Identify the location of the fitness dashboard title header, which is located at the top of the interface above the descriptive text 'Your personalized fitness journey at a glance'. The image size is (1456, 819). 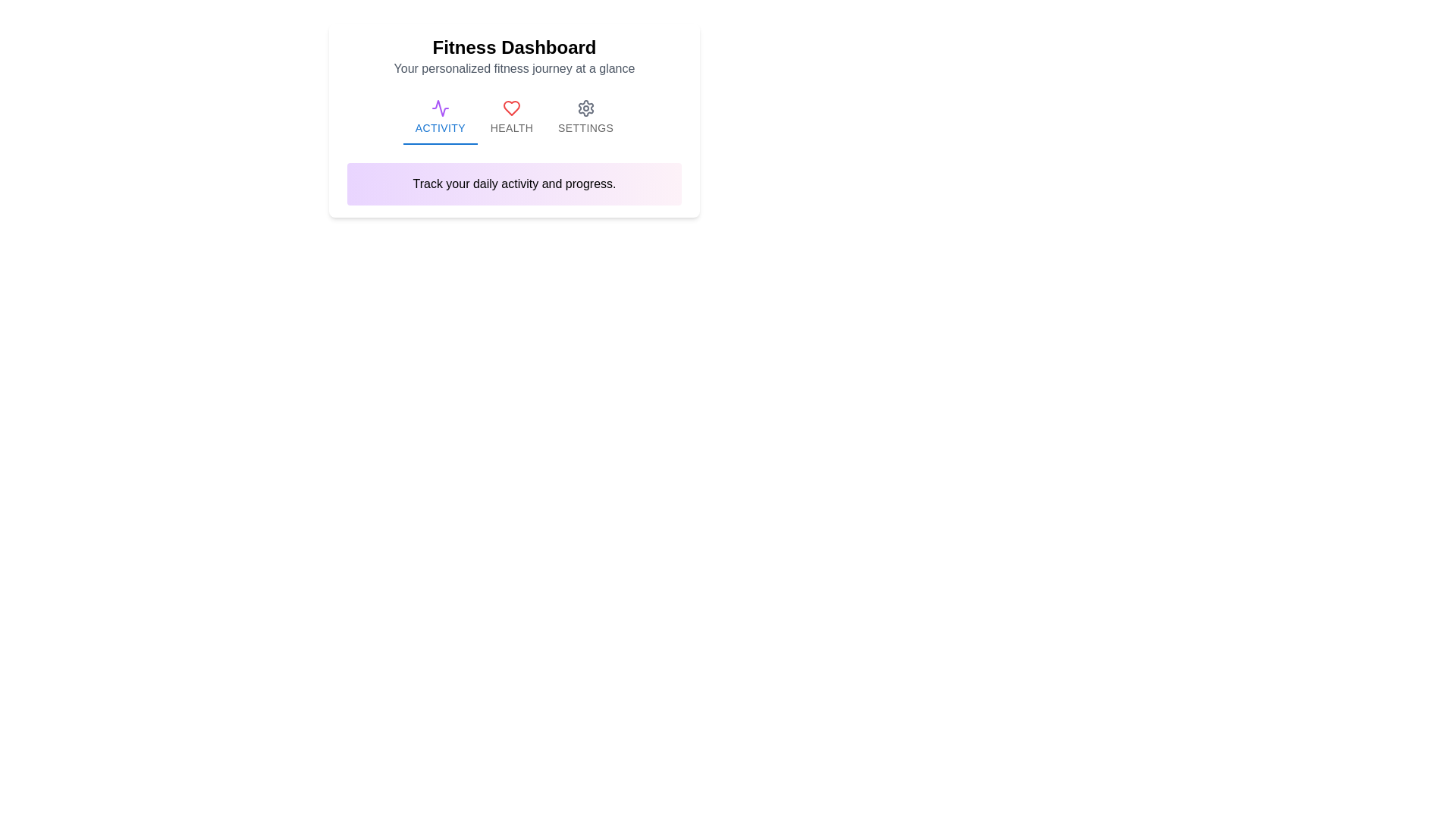
(514, 46).